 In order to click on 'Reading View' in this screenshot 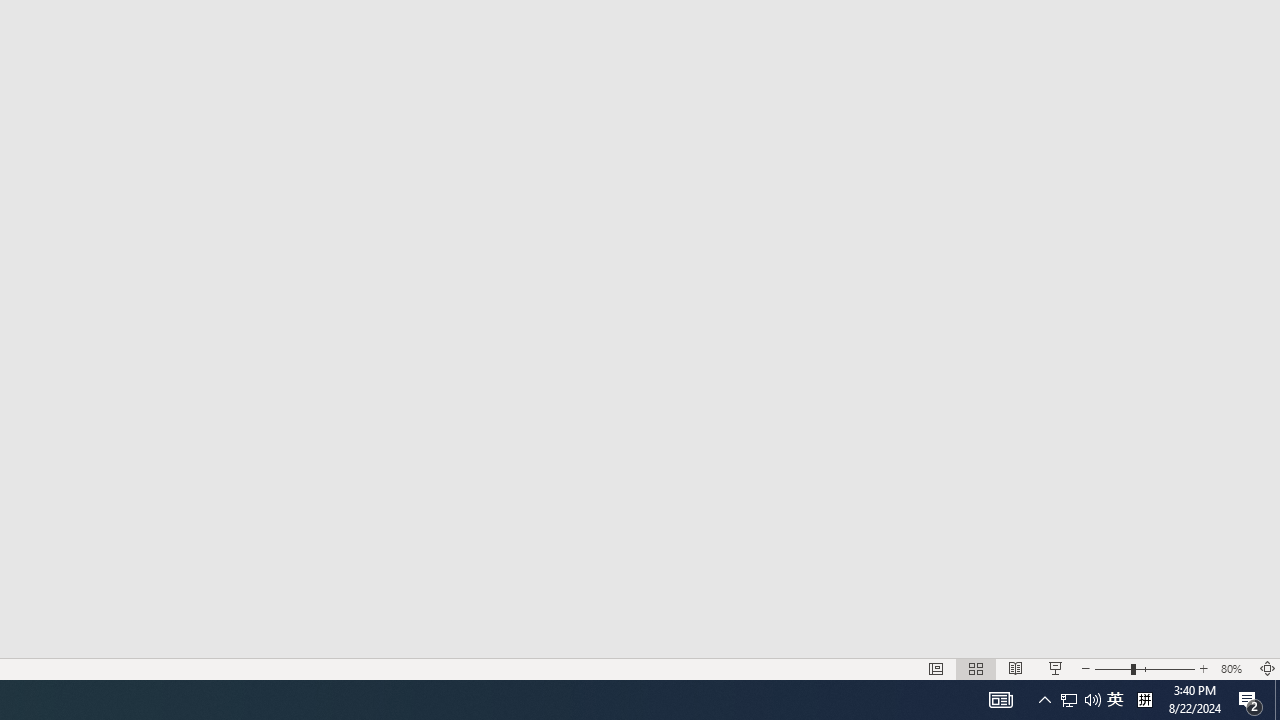, I will do `click(1015, 669)`.